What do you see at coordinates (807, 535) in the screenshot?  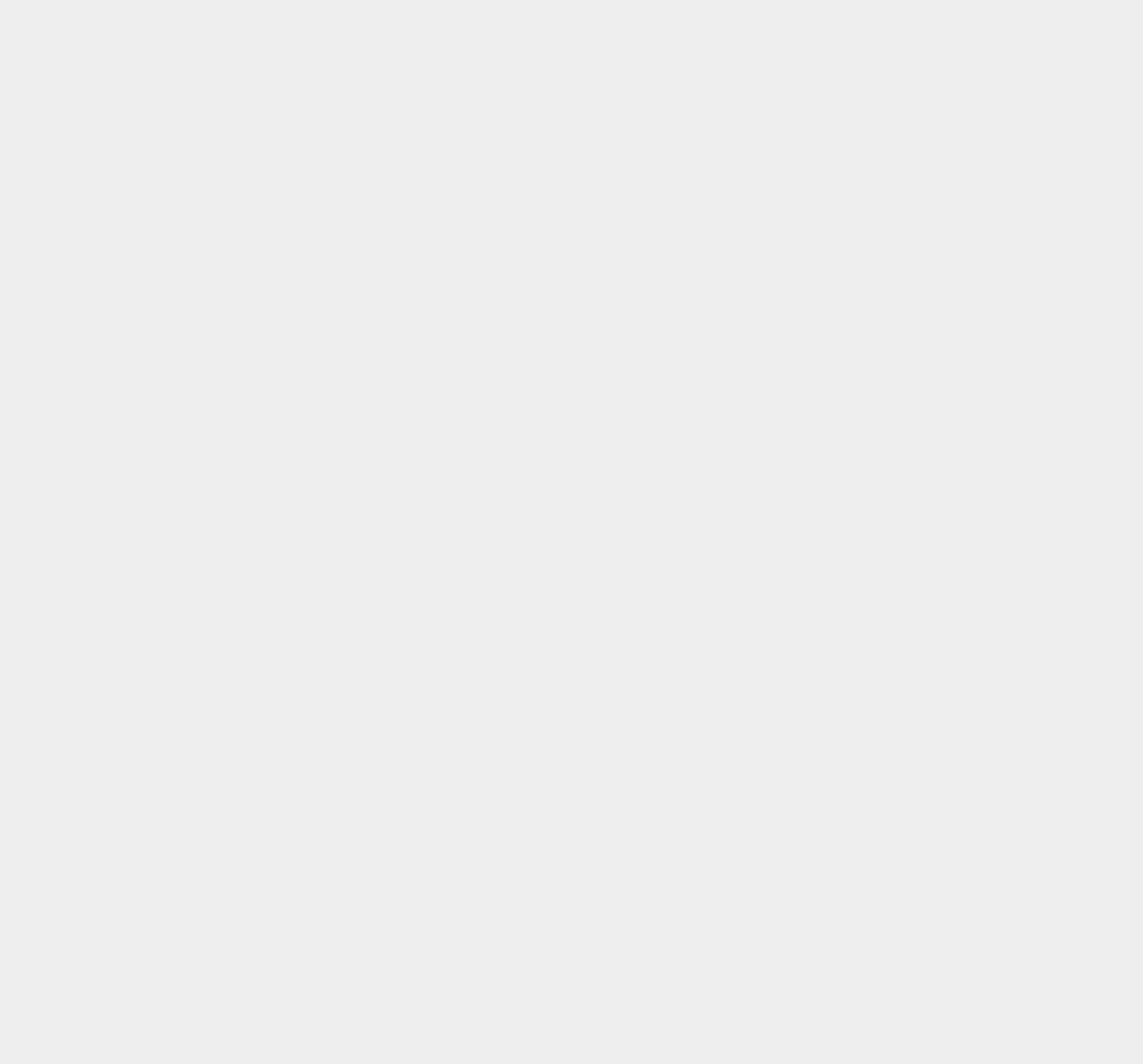 I see `'Apple'` at bounding box center [807, 535].